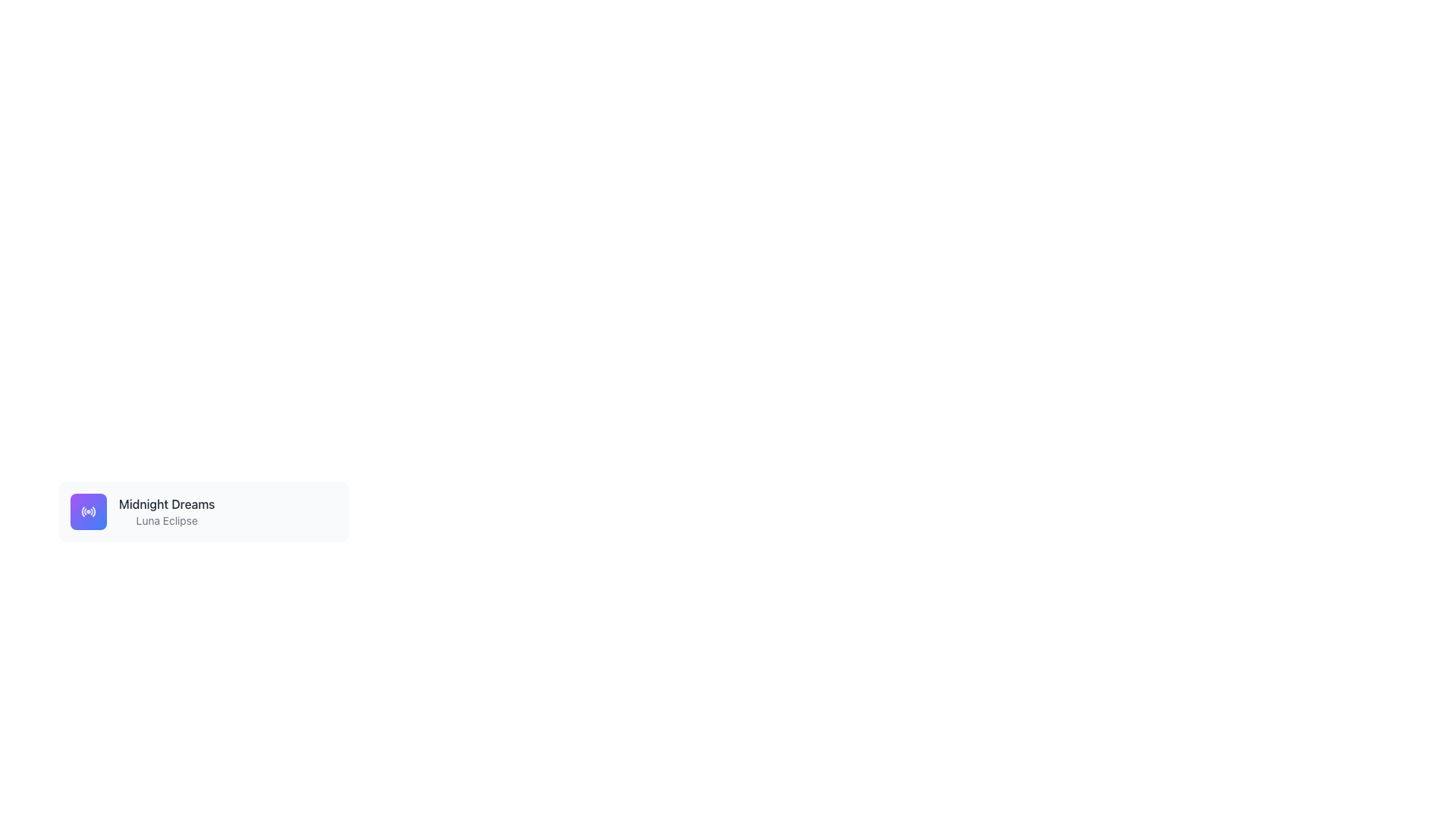 The width and height of the screenshot is (1456, 819). I want to click on text displayed as 'Midnight Dreams', which is styled in medium weight dark gray font and positioned above 'Luna Eclipse', so click(167, 504).